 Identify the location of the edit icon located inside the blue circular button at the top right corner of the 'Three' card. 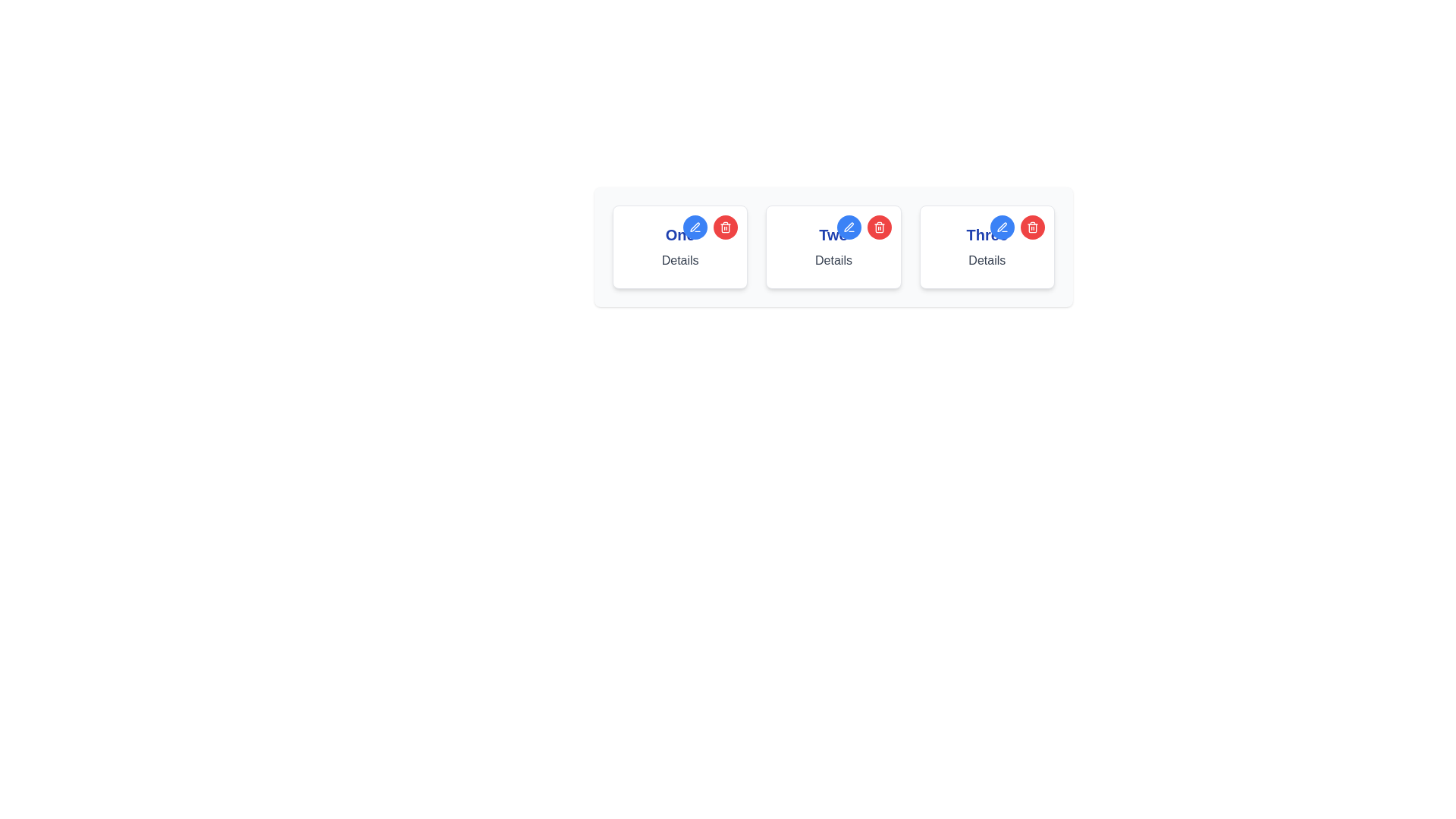
(1002, 227).